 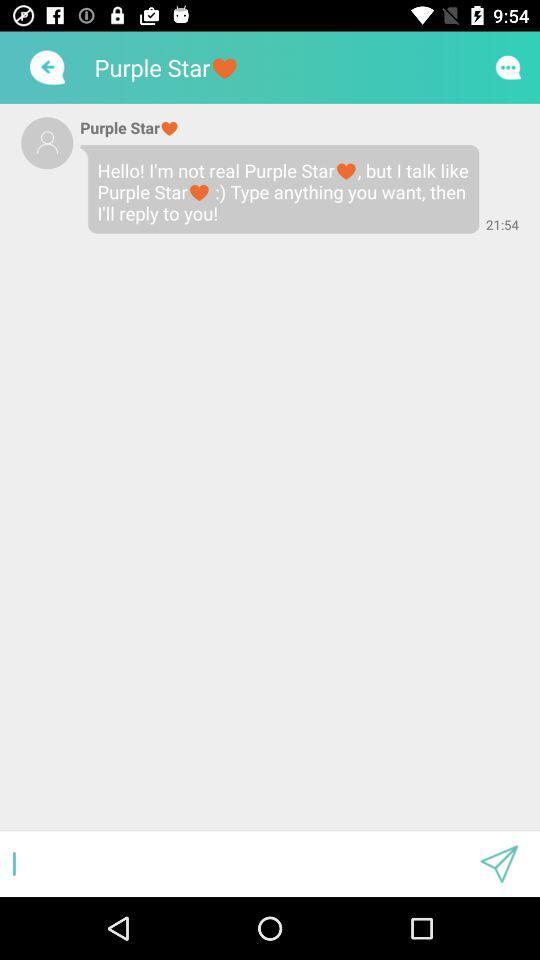 I want to click on the arrow_backward icon, so click(x=45, y=67).